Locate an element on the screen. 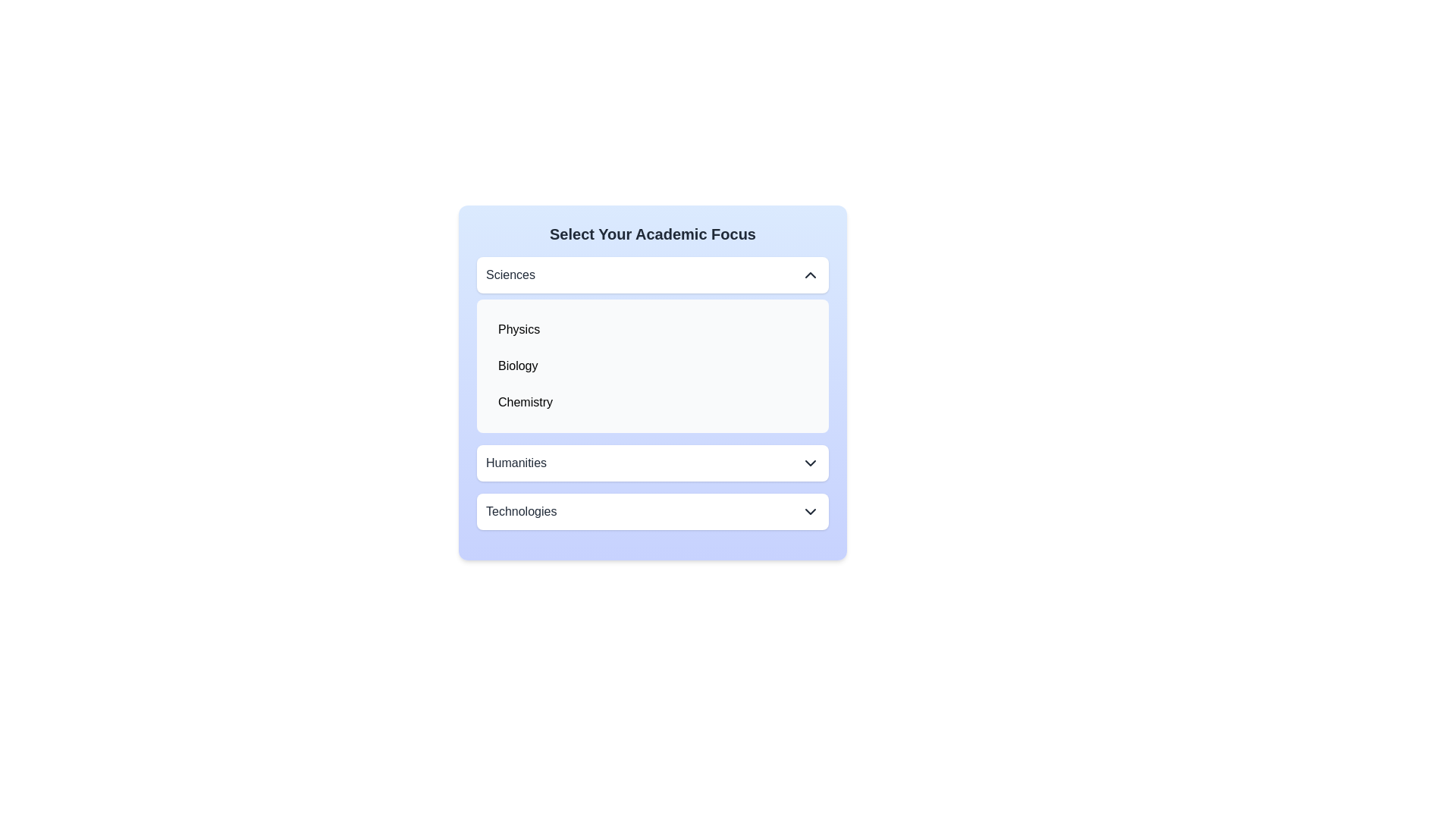 This screenshot has width=1456, height=819. the dropdown content section displaying the subjects 'Physics', 'Biology', and 'Chemistry' is located at coordinates (652, 345).